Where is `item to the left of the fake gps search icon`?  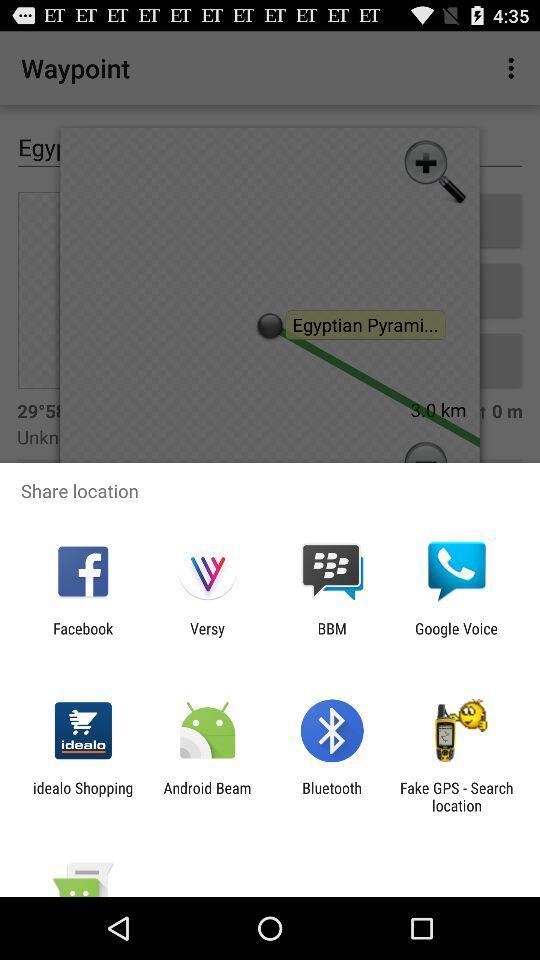
item to the left of the fake gps search icon is located at coordinates (332, 796).